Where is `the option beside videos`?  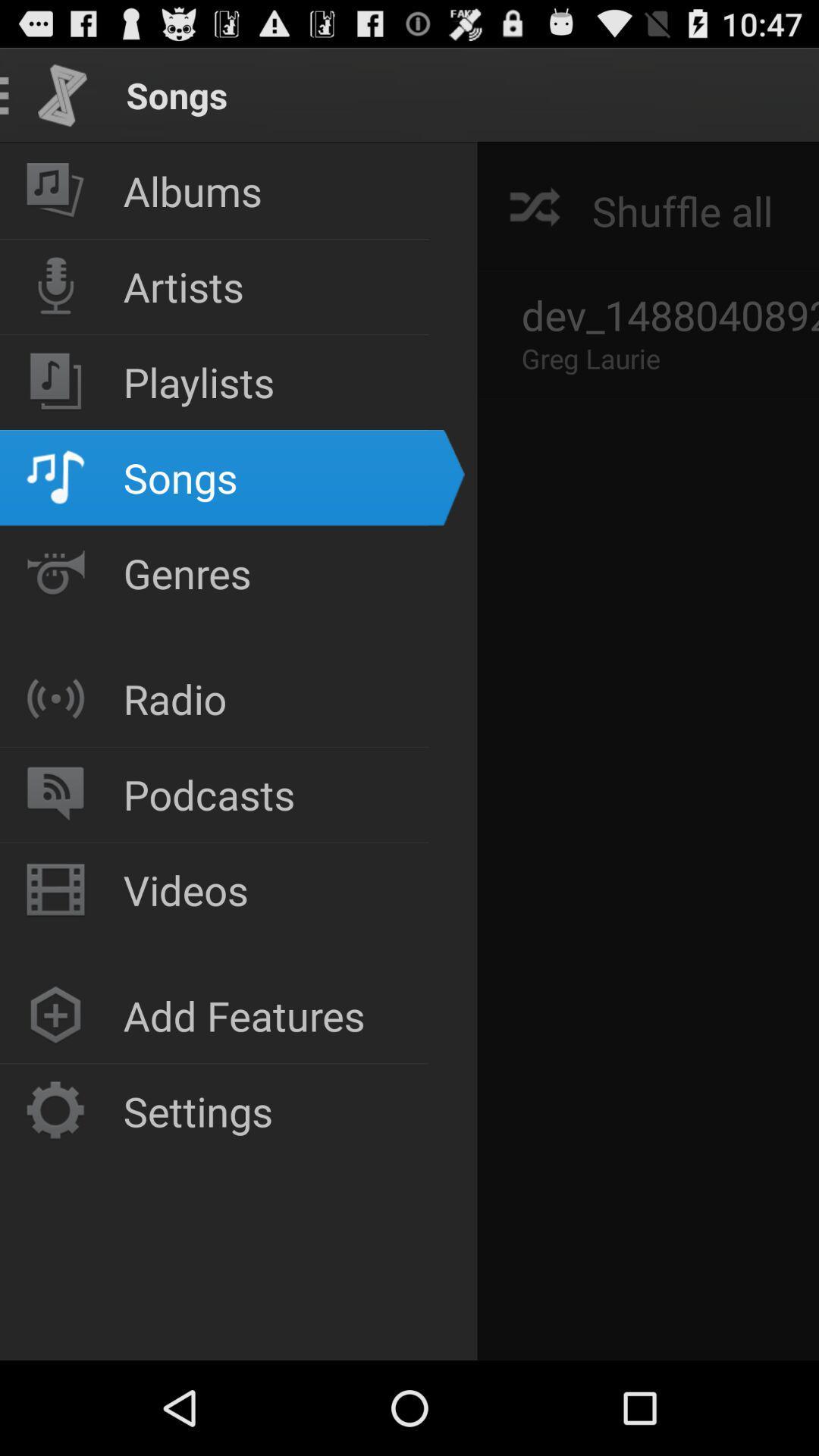
the option beside videos is located at coordinates (55, 890).